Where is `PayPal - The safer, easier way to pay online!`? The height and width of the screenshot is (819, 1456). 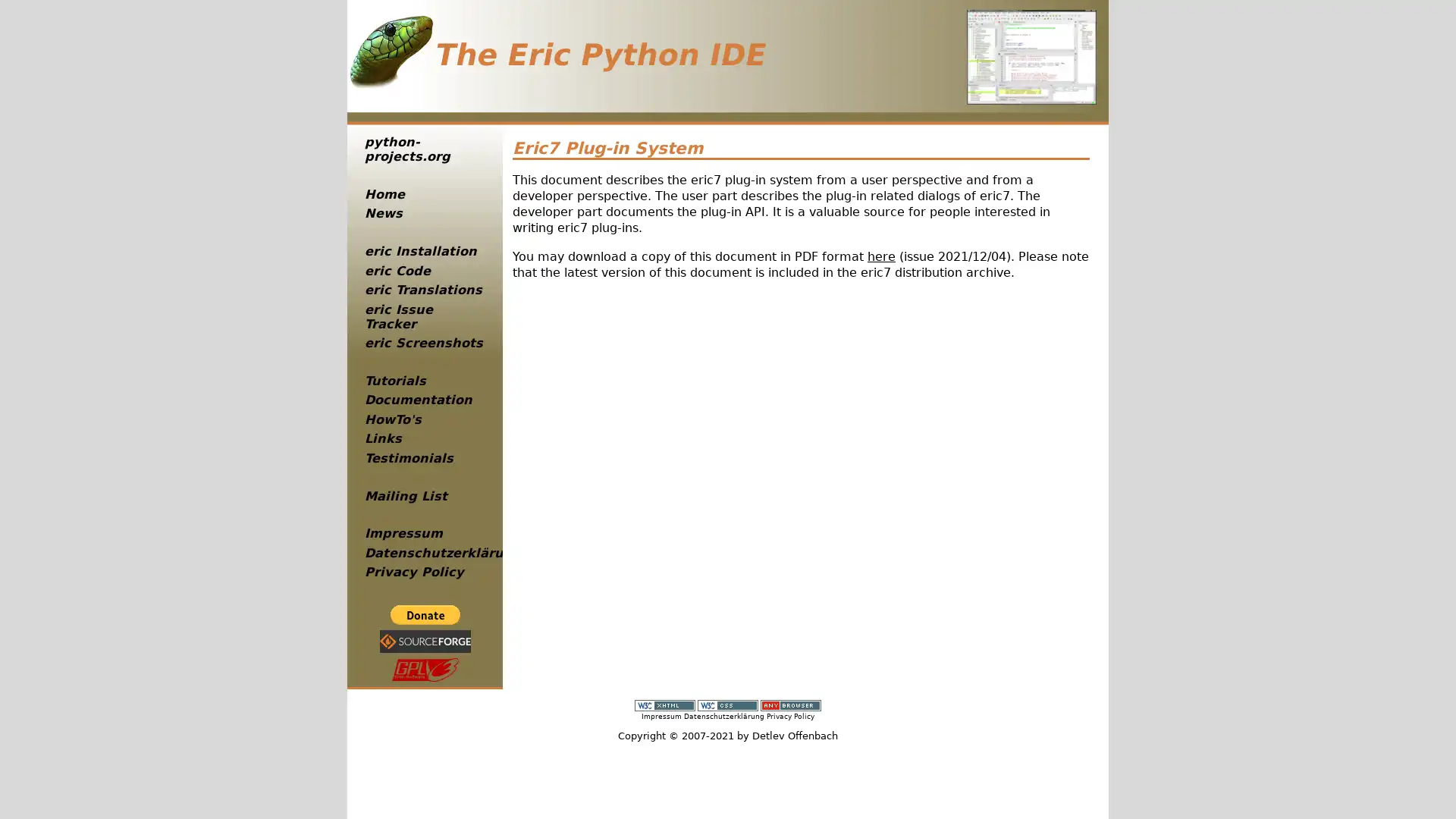 PayPal - The safer, easier way to pay online! is located at coordinates (425, 614).